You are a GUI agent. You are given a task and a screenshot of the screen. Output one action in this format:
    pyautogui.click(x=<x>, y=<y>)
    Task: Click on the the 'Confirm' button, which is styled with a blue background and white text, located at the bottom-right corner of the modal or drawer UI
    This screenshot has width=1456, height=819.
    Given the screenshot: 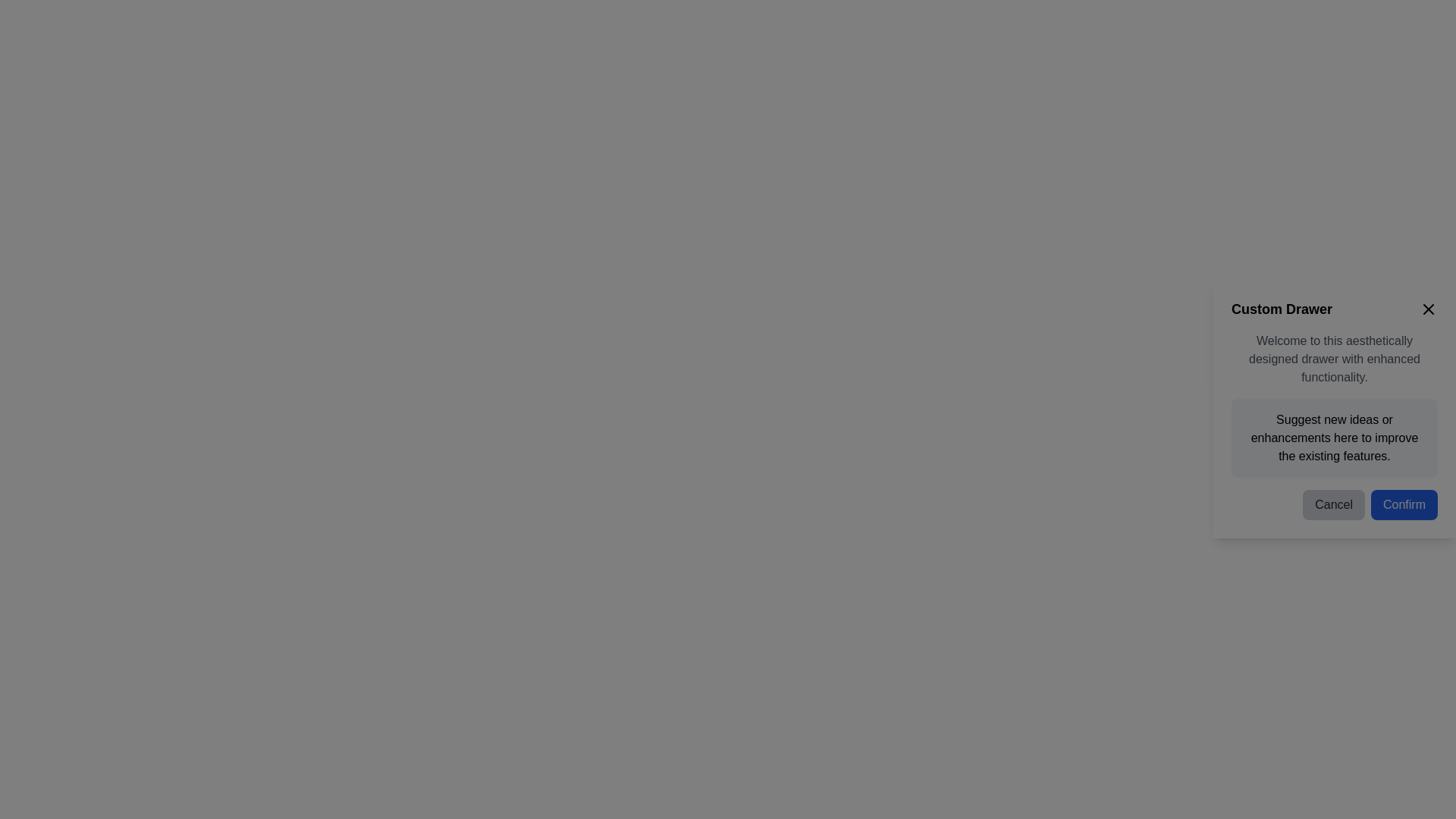 What is the action you would take?
    pyautogui.click(x=1404, y=505)
    